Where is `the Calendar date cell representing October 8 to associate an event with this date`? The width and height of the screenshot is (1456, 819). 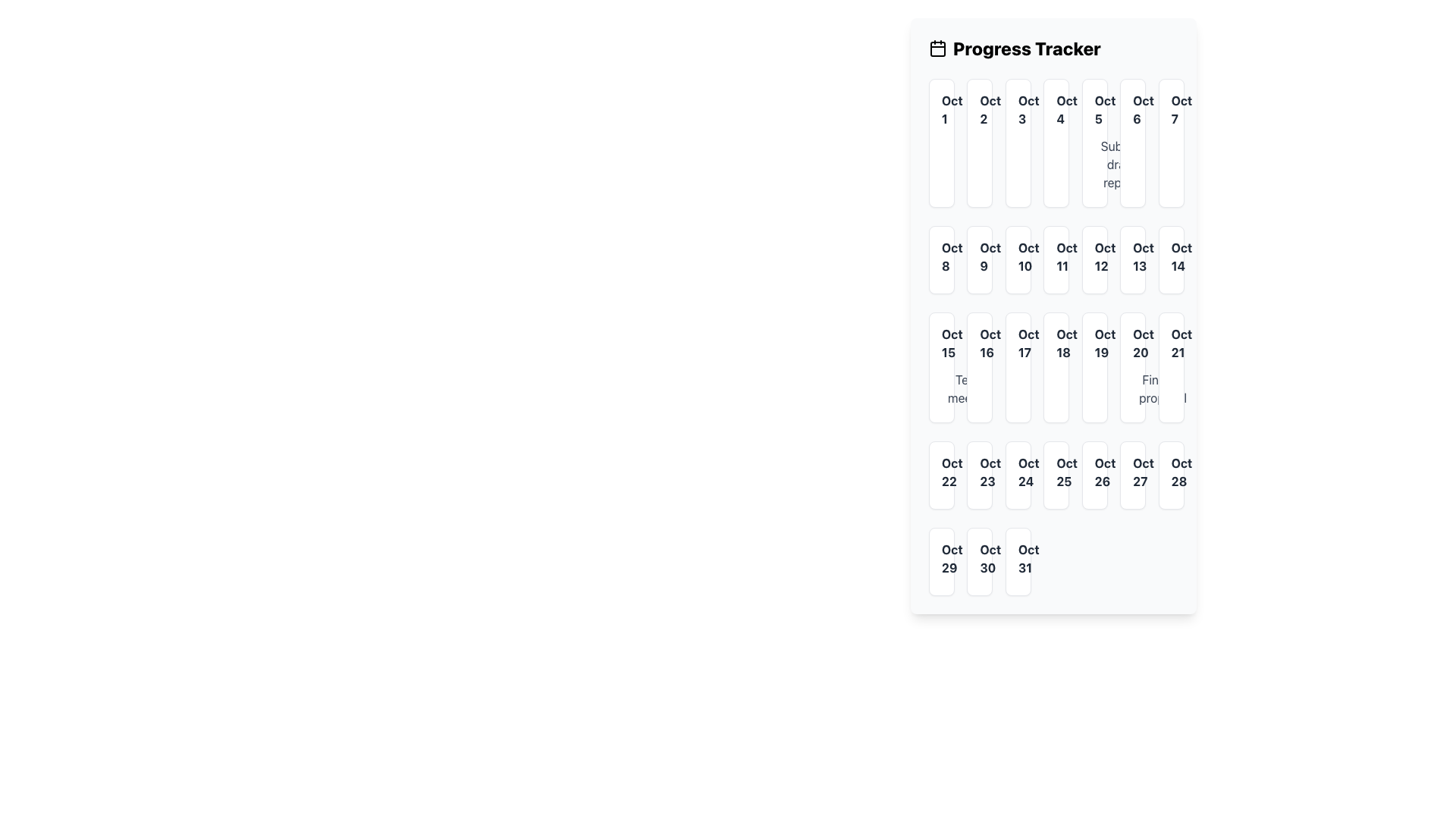
the Calendar date cell representing October 8 to associate an event with this date is located at coordinates (941, 259).